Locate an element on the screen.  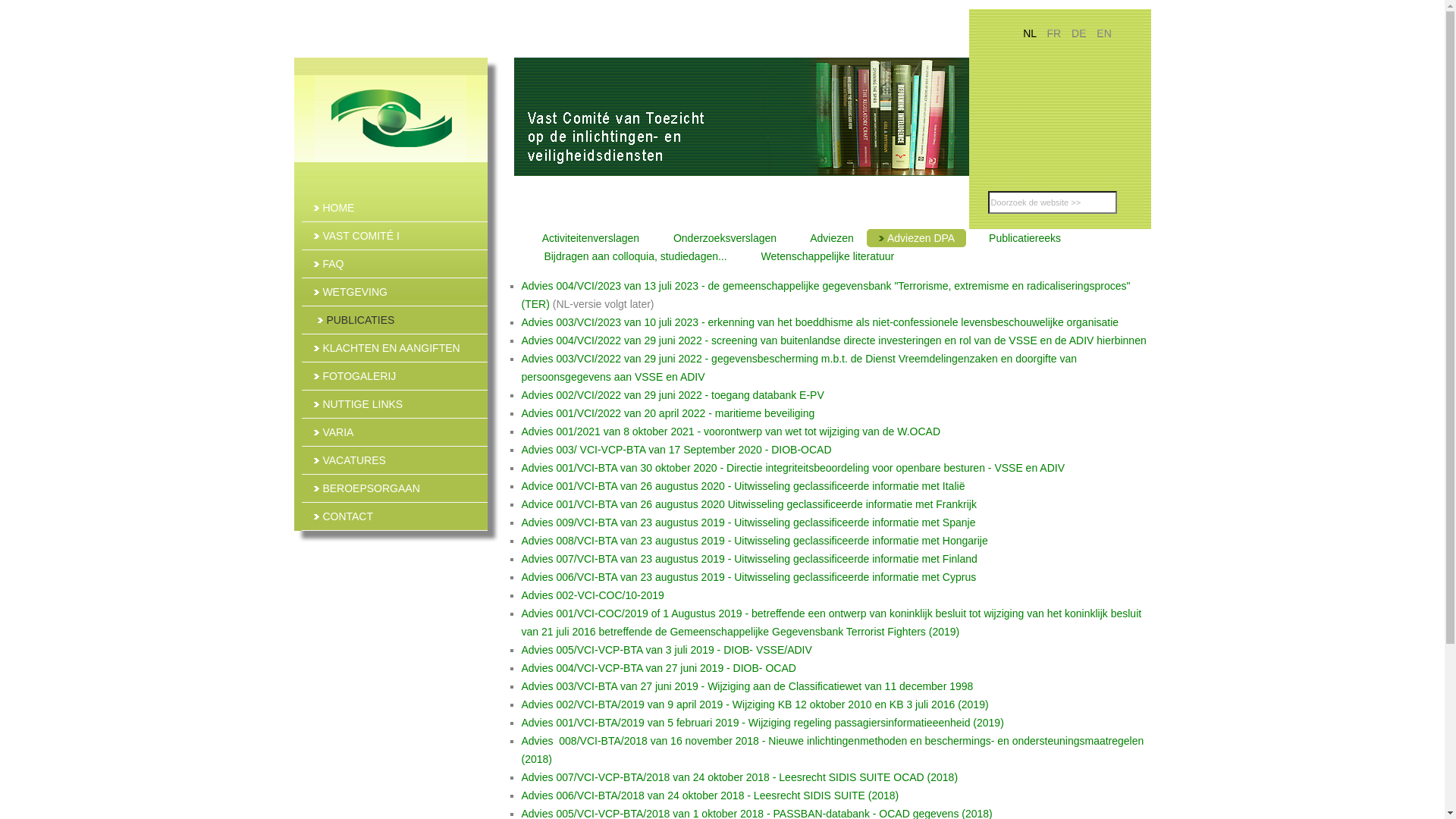
'Activiteitenverslagen' is located at coordinates (585, 237).